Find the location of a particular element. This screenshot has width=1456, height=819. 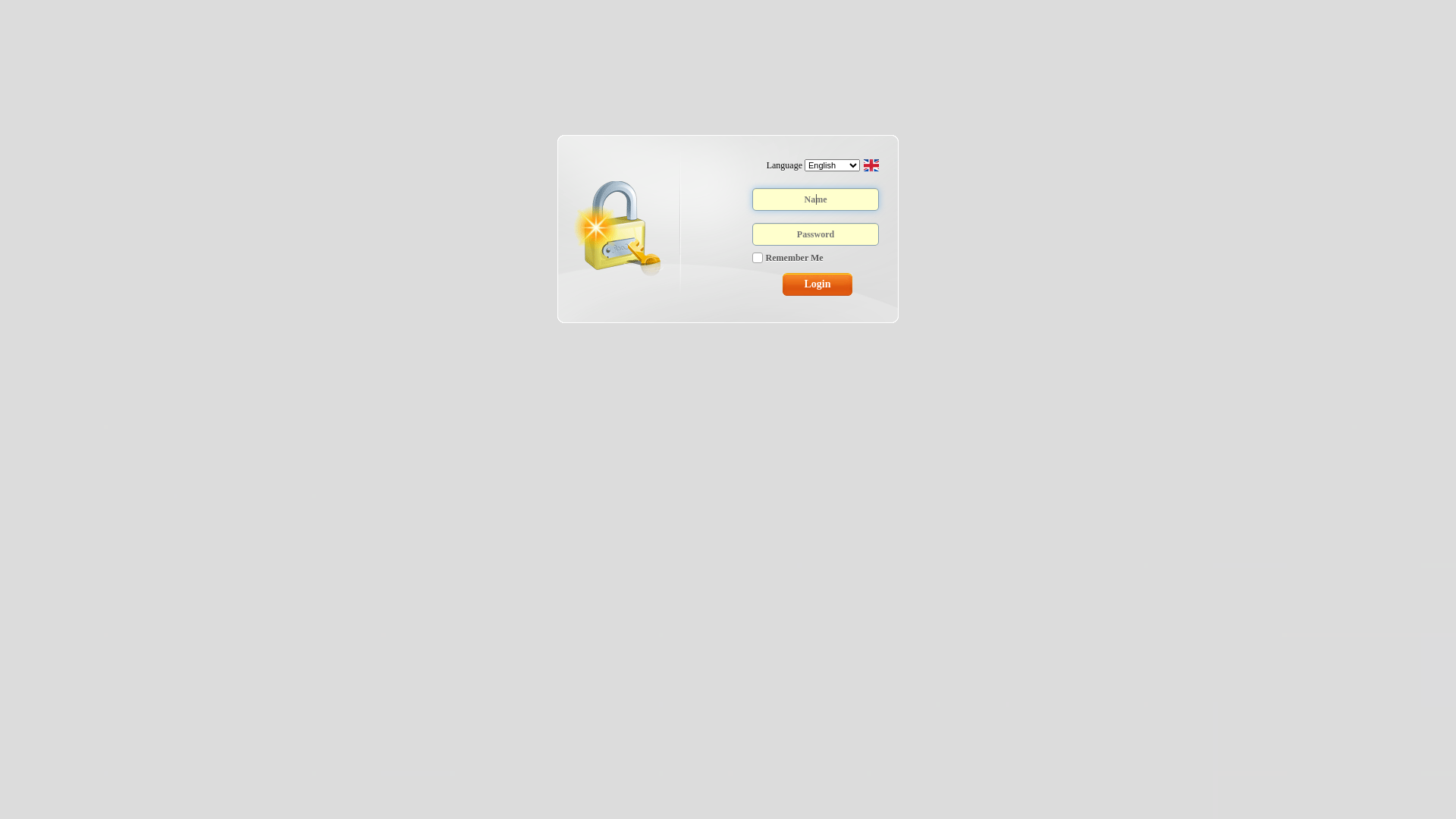

'Login' is located at coordinates (817, 284).